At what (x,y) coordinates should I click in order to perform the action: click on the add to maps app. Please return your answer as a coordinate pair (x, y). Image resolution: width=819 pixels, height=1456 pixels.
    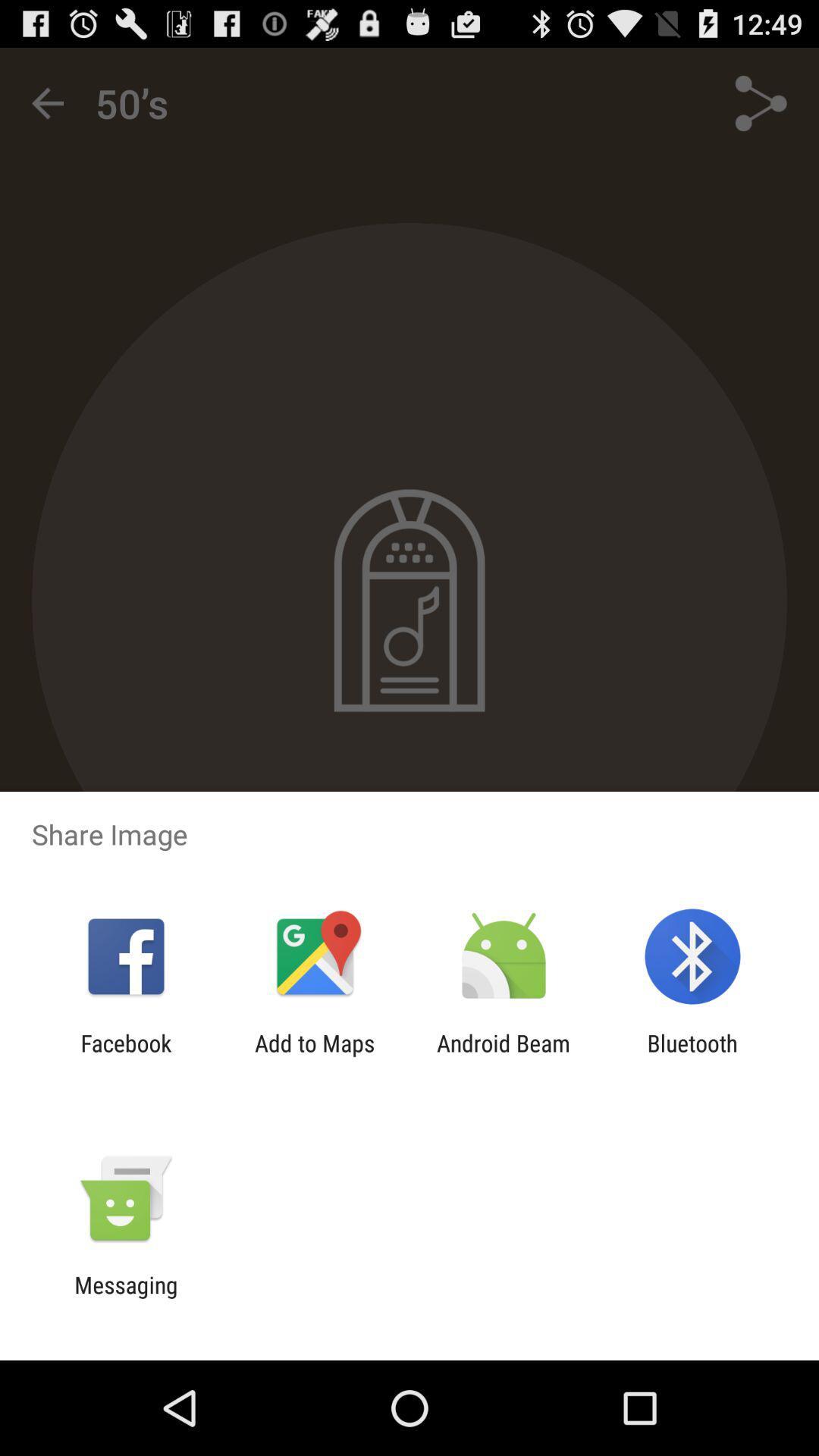
    Looking at the image, I should click on (314, 1056).